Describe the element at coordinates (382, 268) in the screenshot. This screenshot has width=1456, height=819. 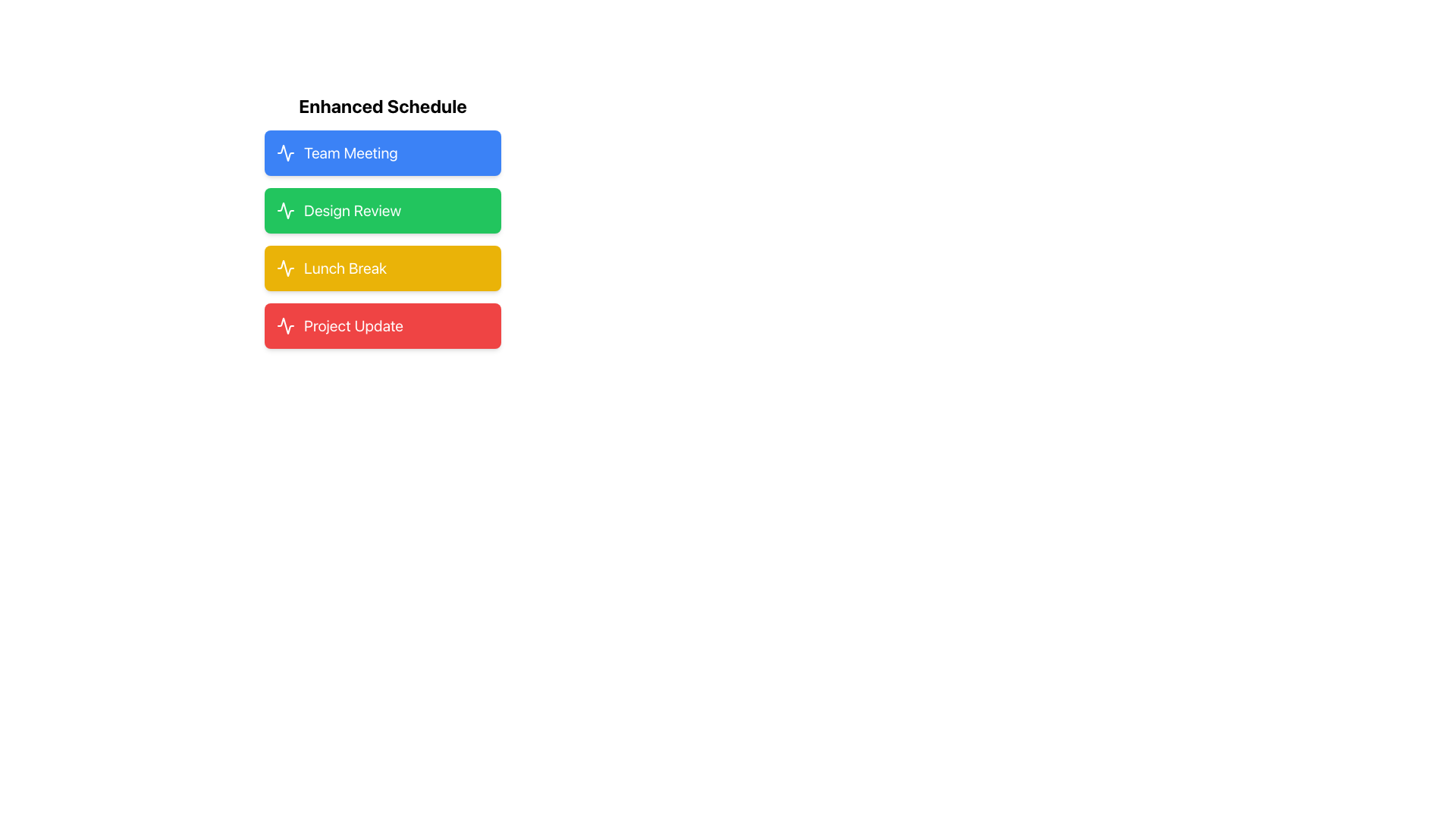
I see `the 'Lunch Break' button, which is a rectangular button with rounded edges, a yellow background, and white text and icon, positioned as the third button in the list under 'Design Review'` at that location.